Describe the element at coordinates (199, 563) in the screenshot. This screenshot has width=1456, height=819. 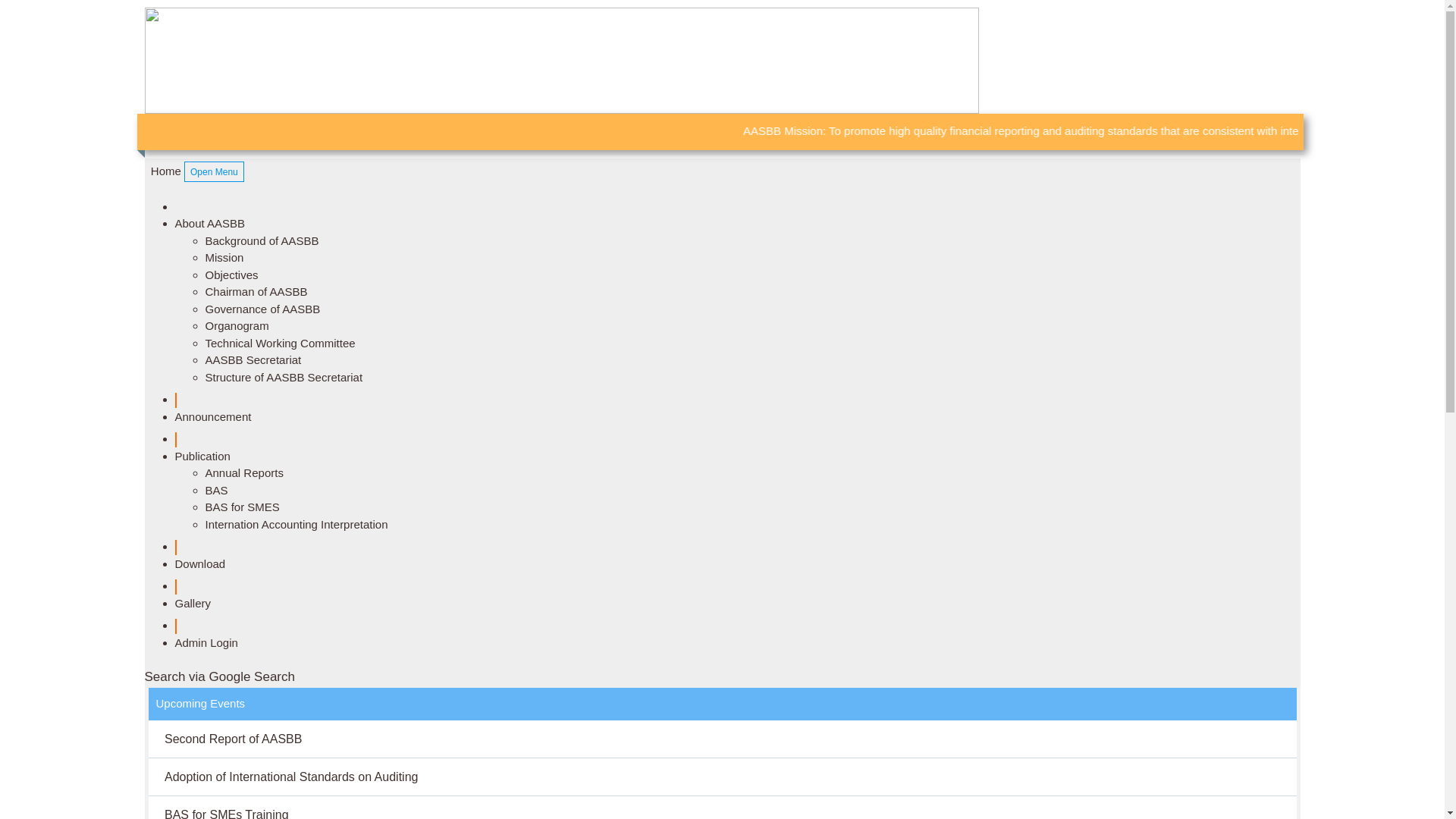
I see `'Download'` at that location.